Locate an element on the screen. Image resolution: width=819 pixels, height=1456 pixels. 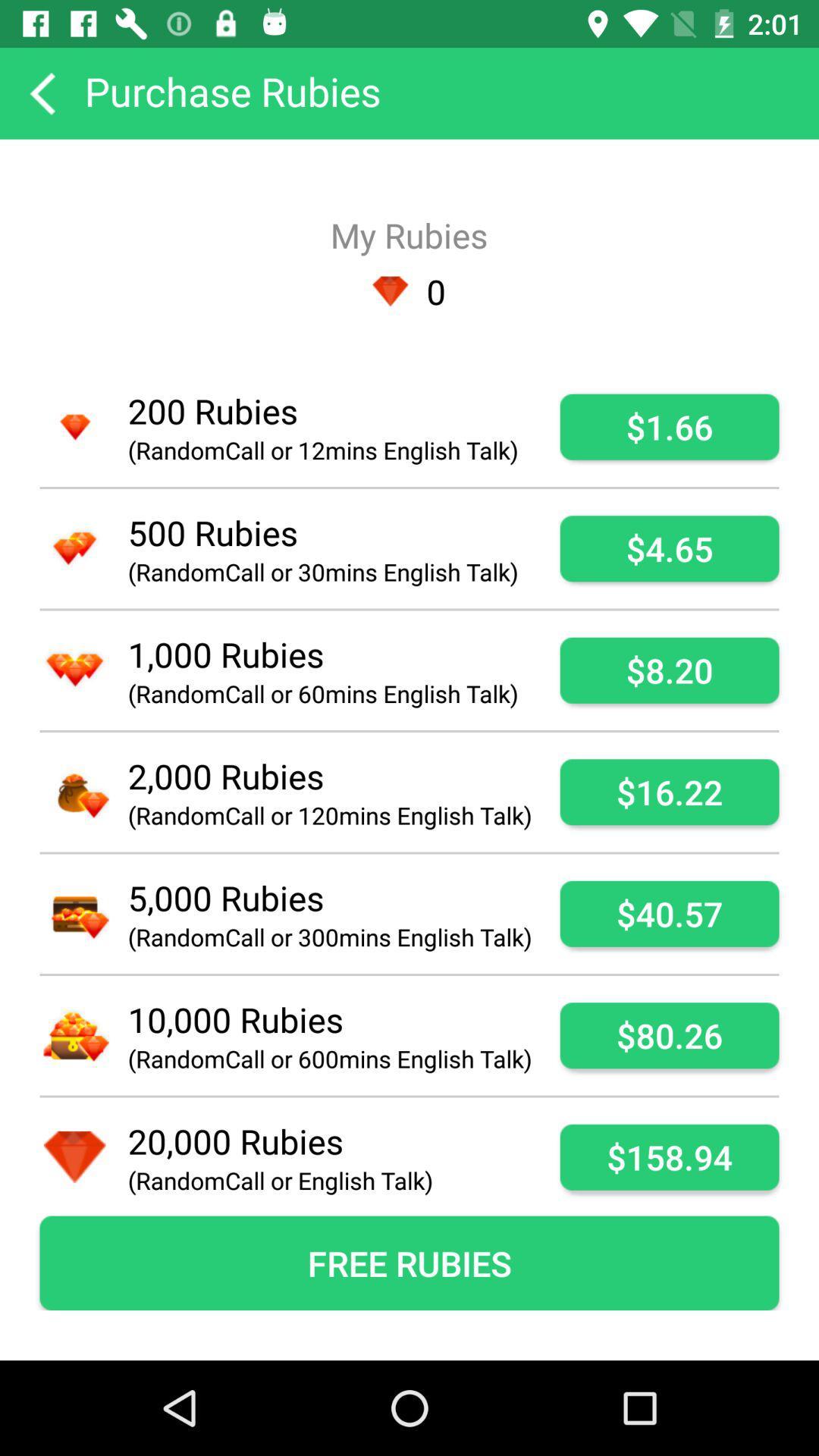
the app next to randomcall or 12mins icon is located at coordinates (669, 426).